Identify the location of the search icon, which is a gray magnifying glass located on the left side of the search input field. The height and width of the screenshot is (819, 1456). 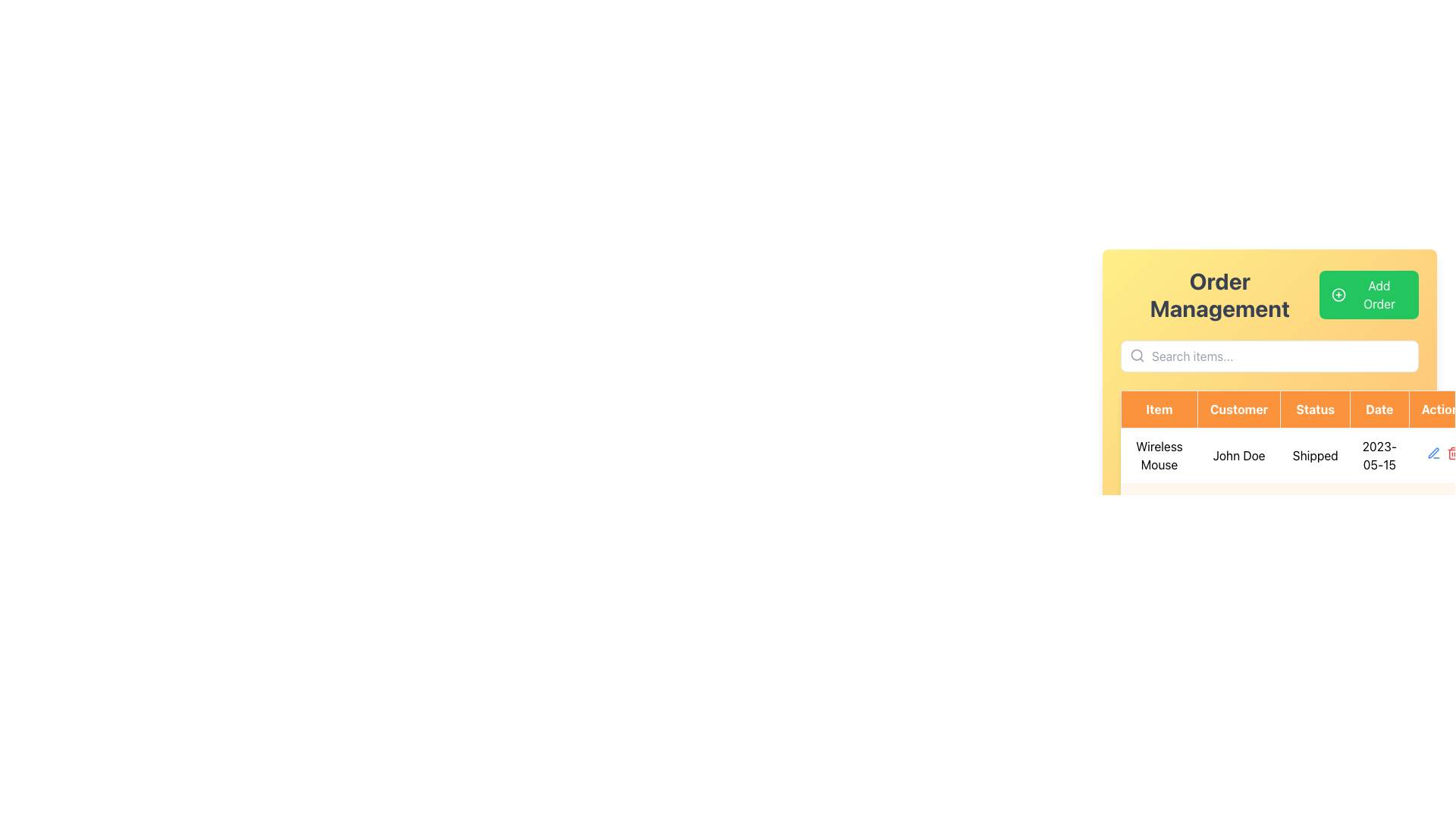
(1137, 356).